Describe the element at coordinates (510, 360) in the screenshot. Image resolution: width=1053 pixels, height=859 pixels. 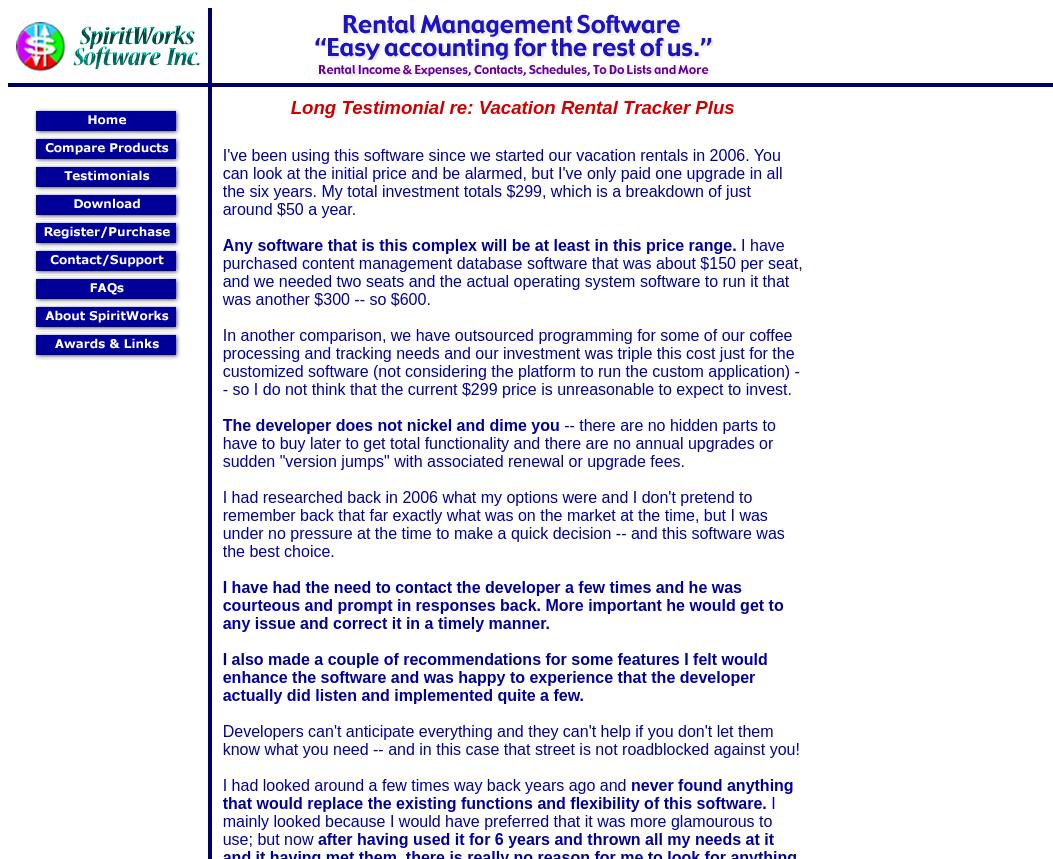
I see `'In another comparison, we have outsourced programming for some of our coffee processing and tracking needs and our investment was triple this cost just for the customized software (not considering the platform to run the custom application) -- so I do not think that the current $299 price is unreasonable to expect to invest.'` at that location.